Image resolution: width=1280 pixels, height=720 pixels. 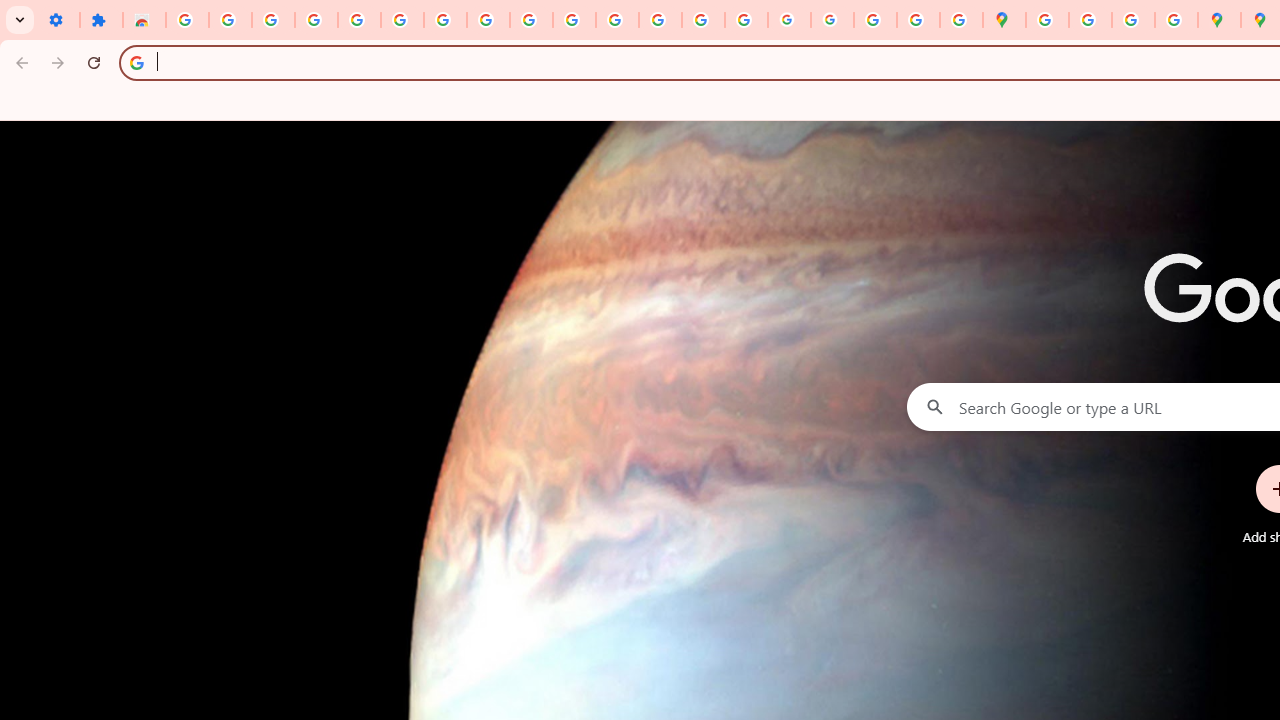 What do you see at coordinates (143, 20) in the screenshot?
I see `'Reviews: Helix Fruit Jump Arcade Game'` at bounding box center [143, 20].